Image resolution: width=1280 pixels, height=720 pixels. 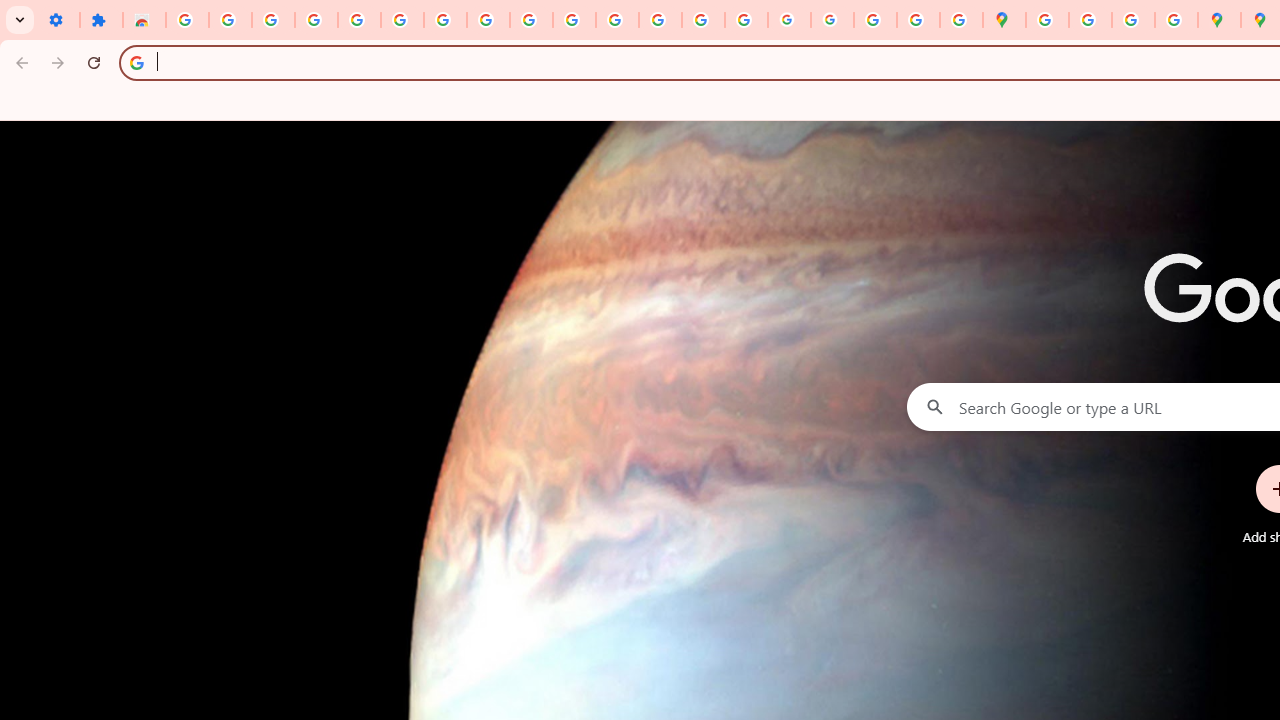 What do you see at coordinates (143, 20) in the screenshot?
I see `'Reviews: Helix Fruit Jump Arcade Game'` at bounding box center [143, 20].